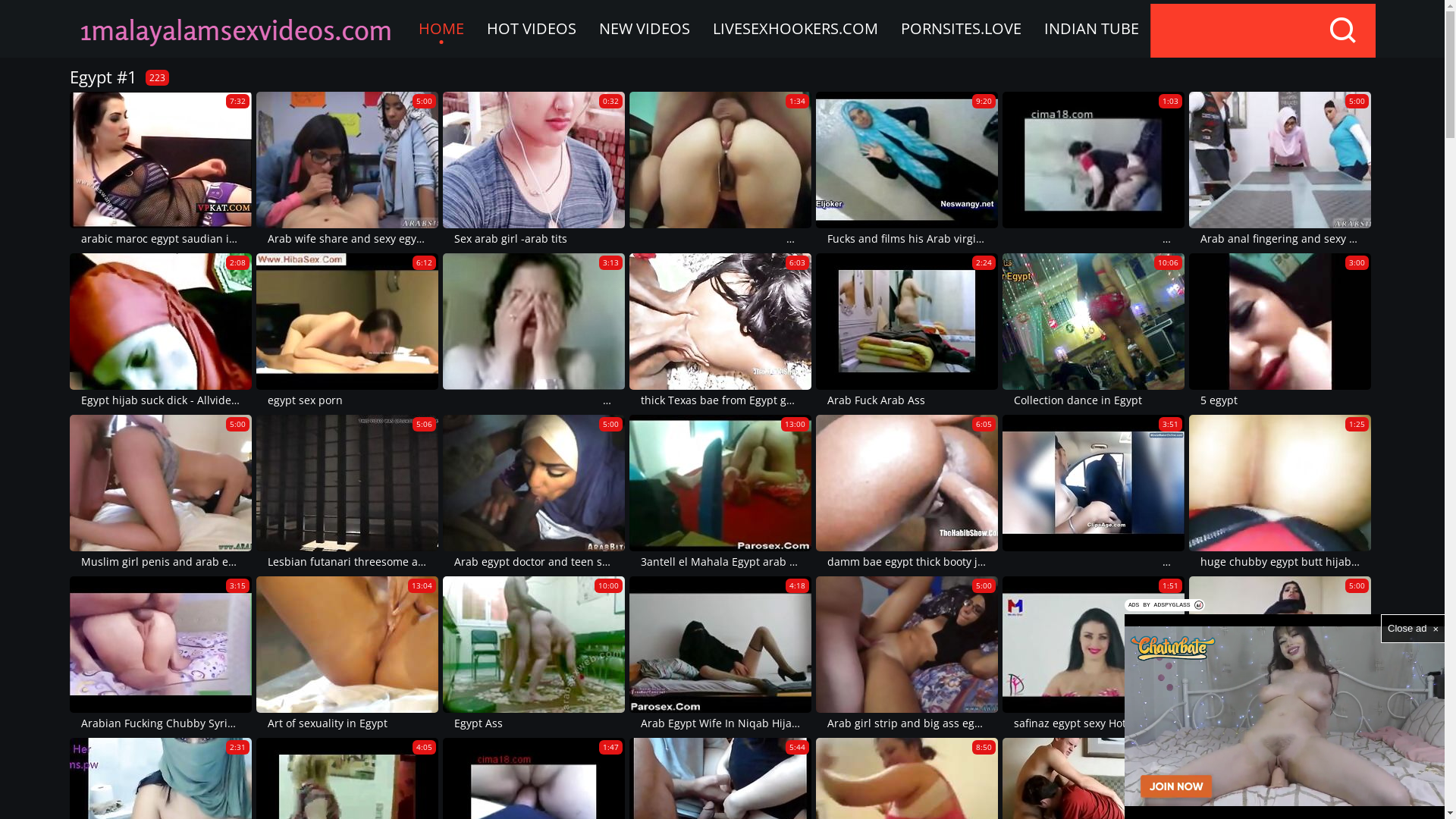  What do you see at coordinates (531, 29) in the screenshot?
I see `'HOT VIDEOS'` at bounding box center [531, 29].